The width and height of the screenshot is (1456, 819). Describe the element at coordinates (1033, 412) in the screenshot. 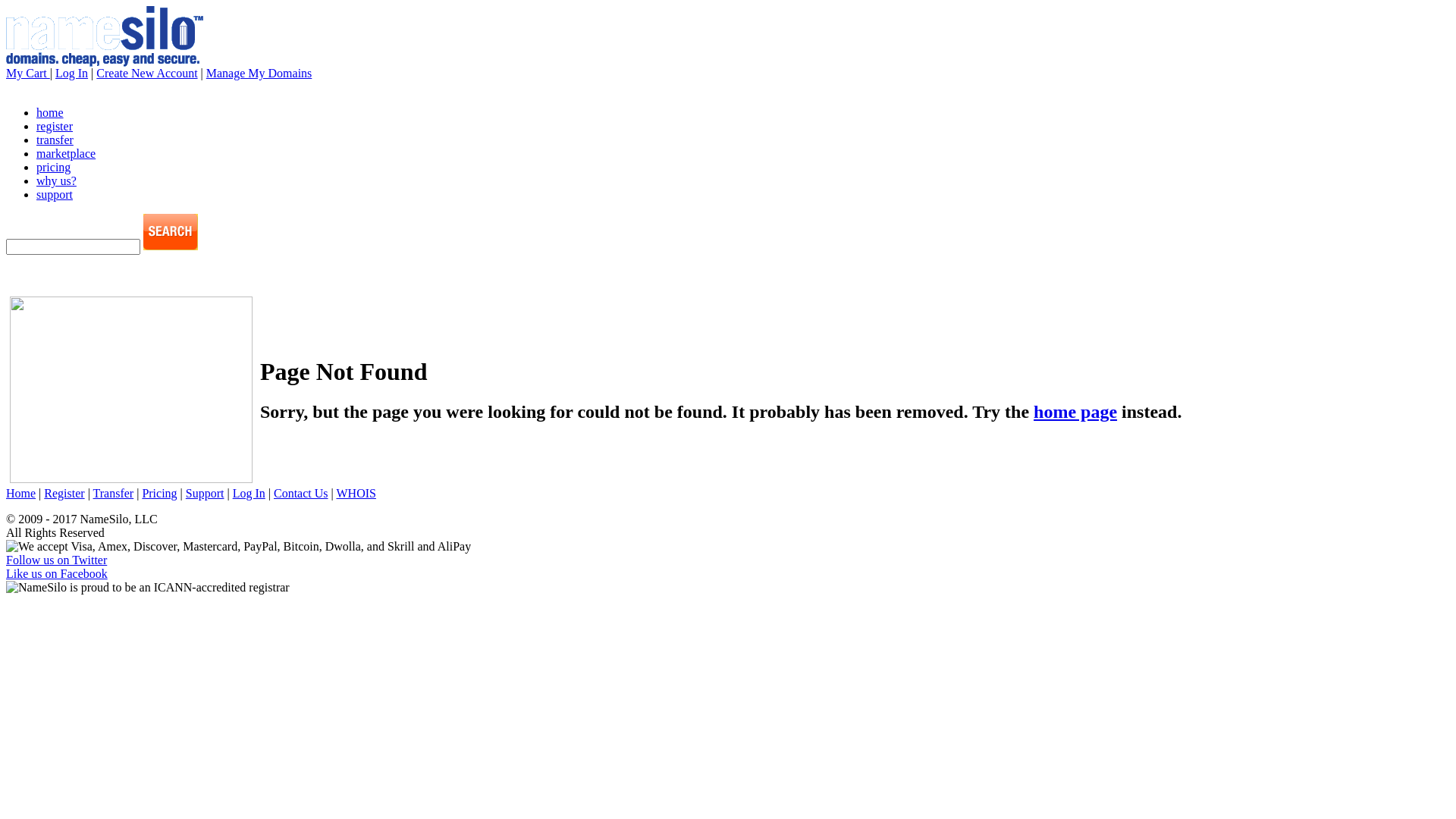

I see `'home page'` at that location.